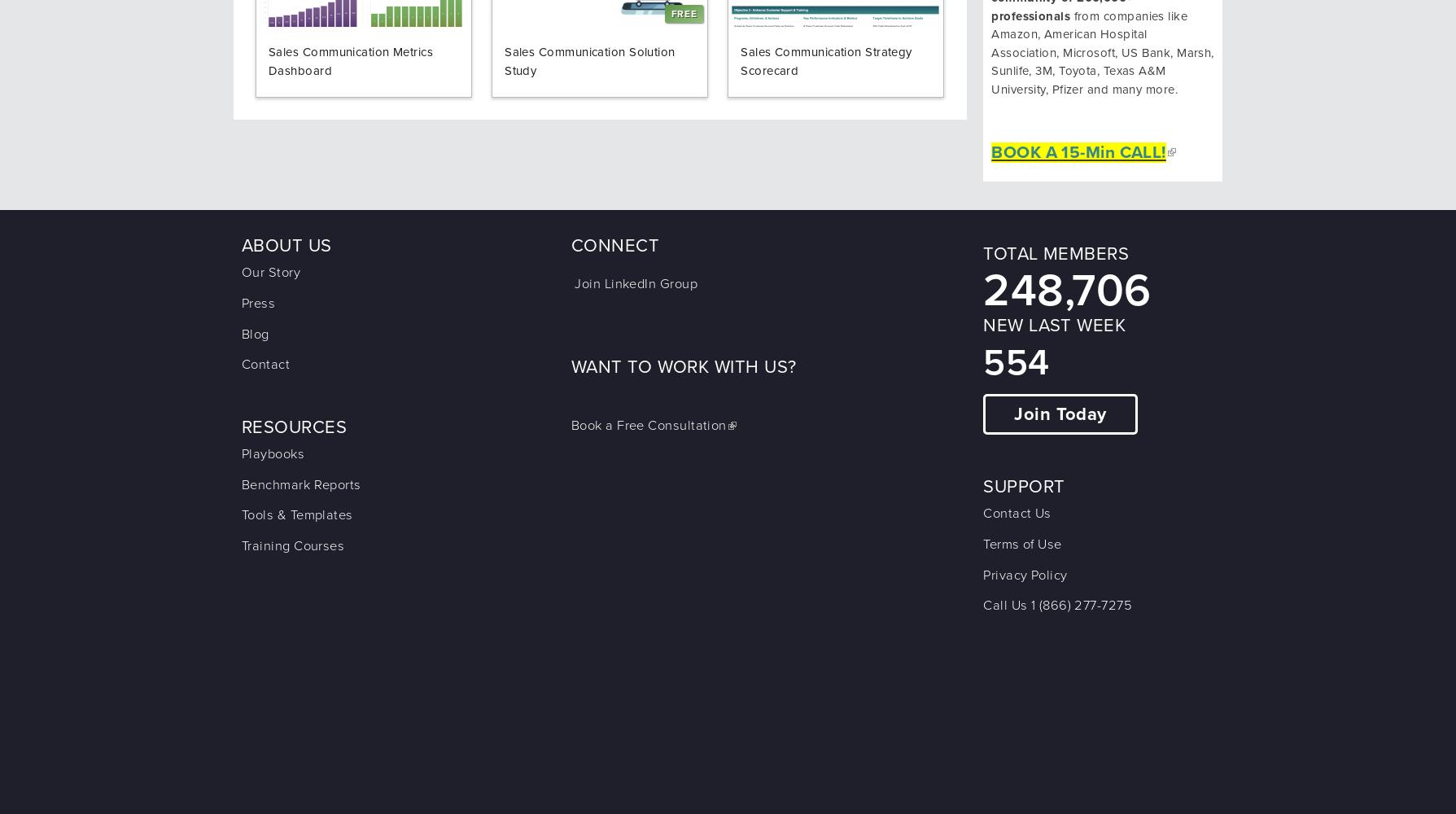  I want to click on 'Book a Free Consultation', so click(648, 426).